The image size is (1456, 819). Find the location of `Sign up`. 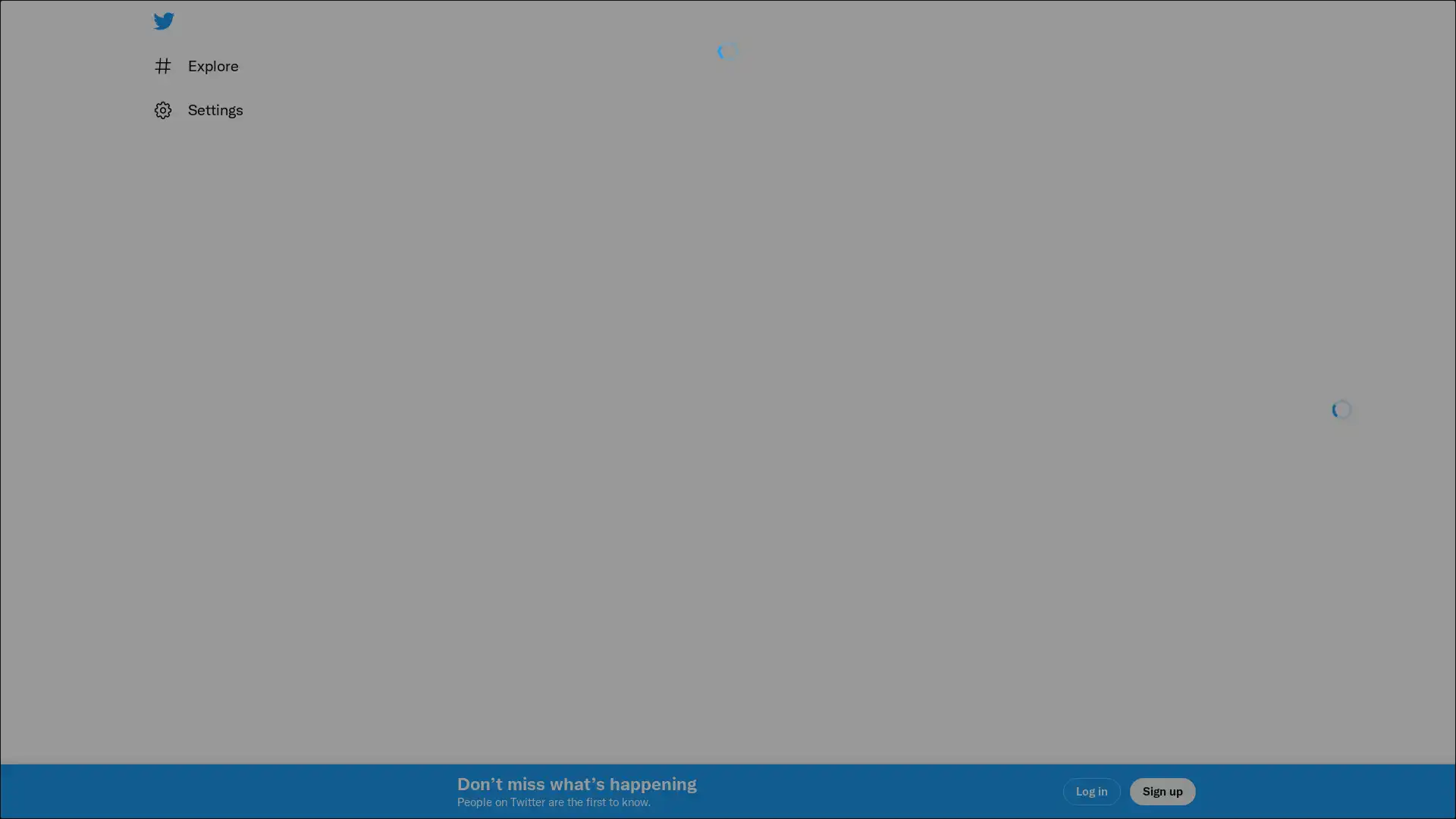

Sign up is located at coordinates (548, 516).